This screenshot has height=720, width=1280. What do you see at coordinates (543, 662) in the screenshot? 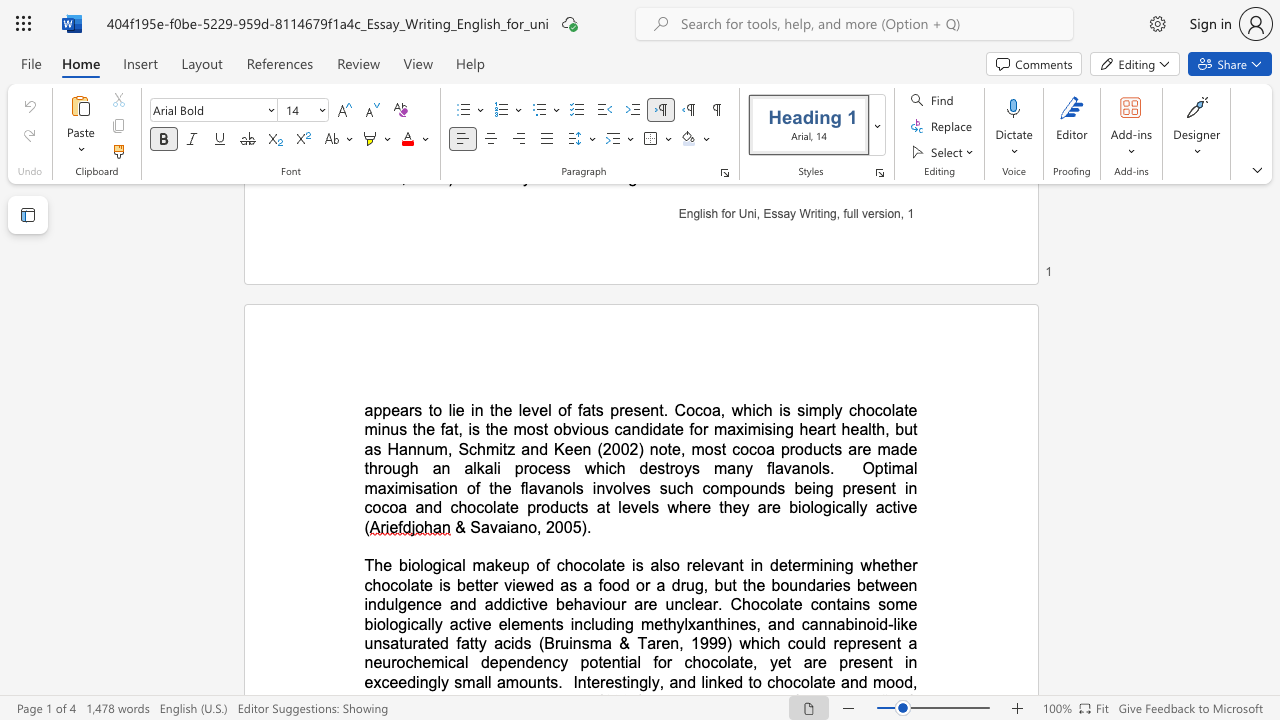
I see `the subset text "ncy potential for chocolate, yet are presen" within the text "a neurochemical dependency potential for chocolate, yet are present in exceedingly small amounts"` at bounding box center [543, 662].